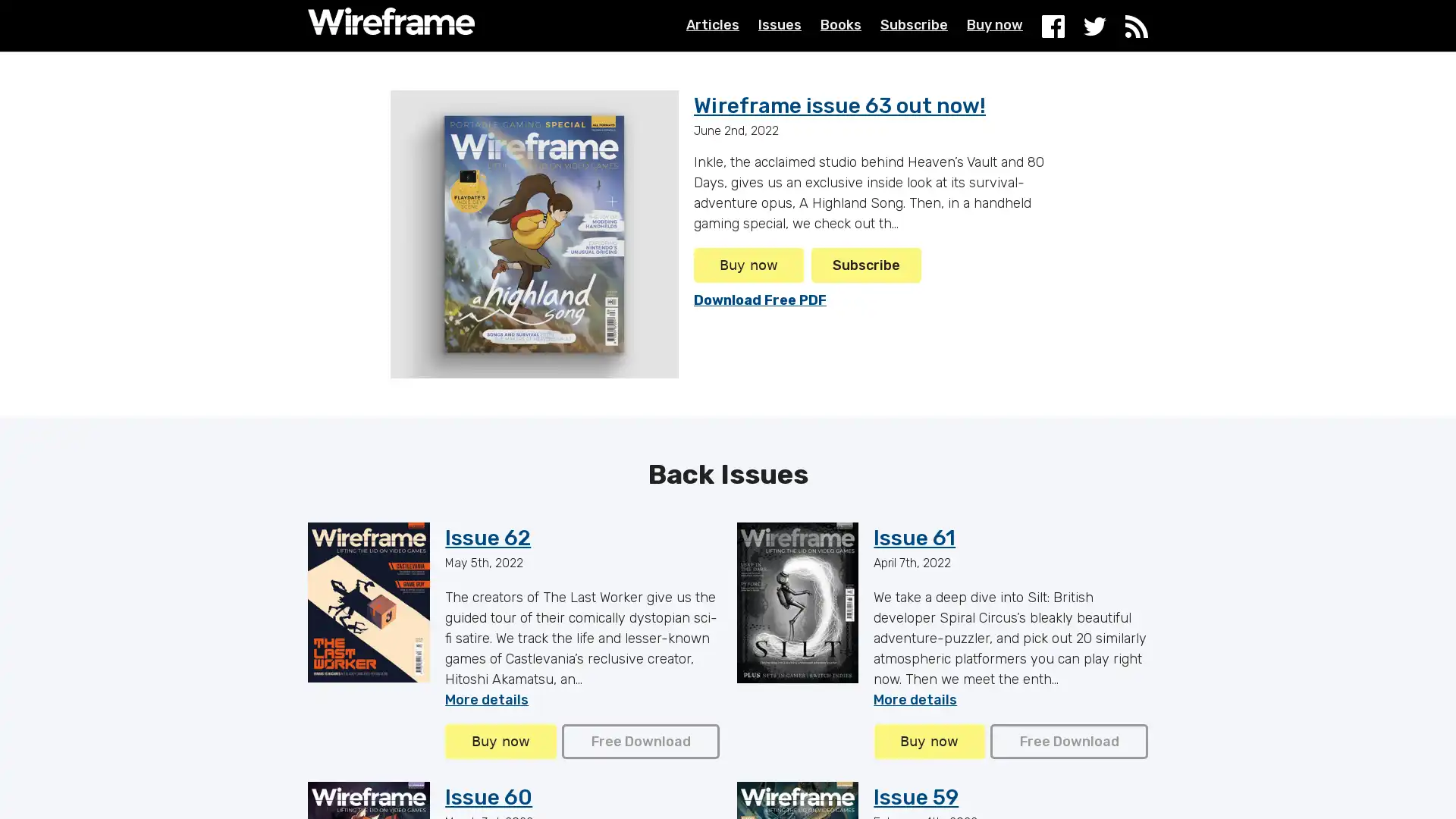 This screenshot has width=1456, height=819. I want to click on Buy now, so click(927, 741).